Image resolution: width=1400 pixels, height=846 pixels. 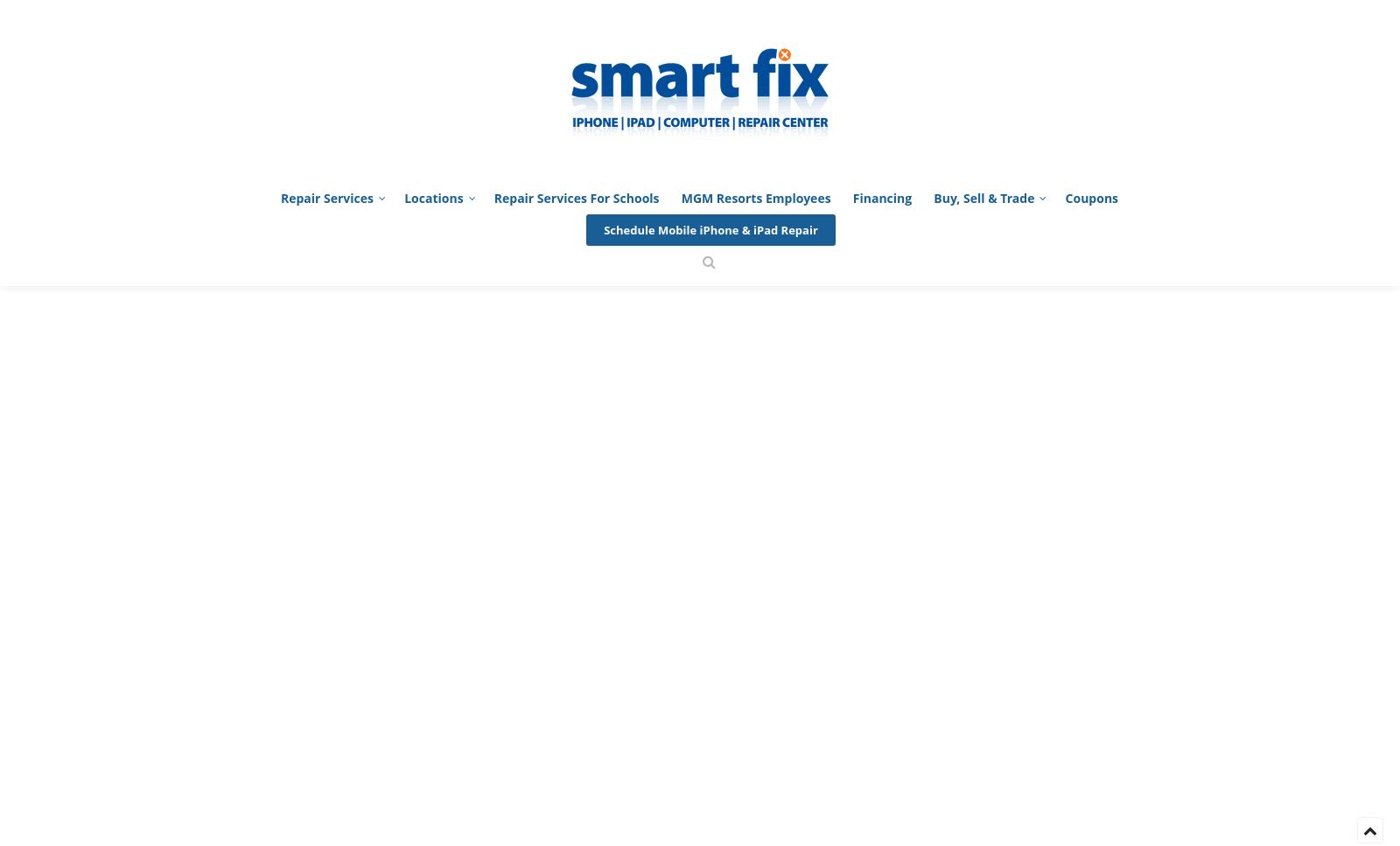 I want to click on 'iPhone 12 Pro Max', so click(x=325, y=487).